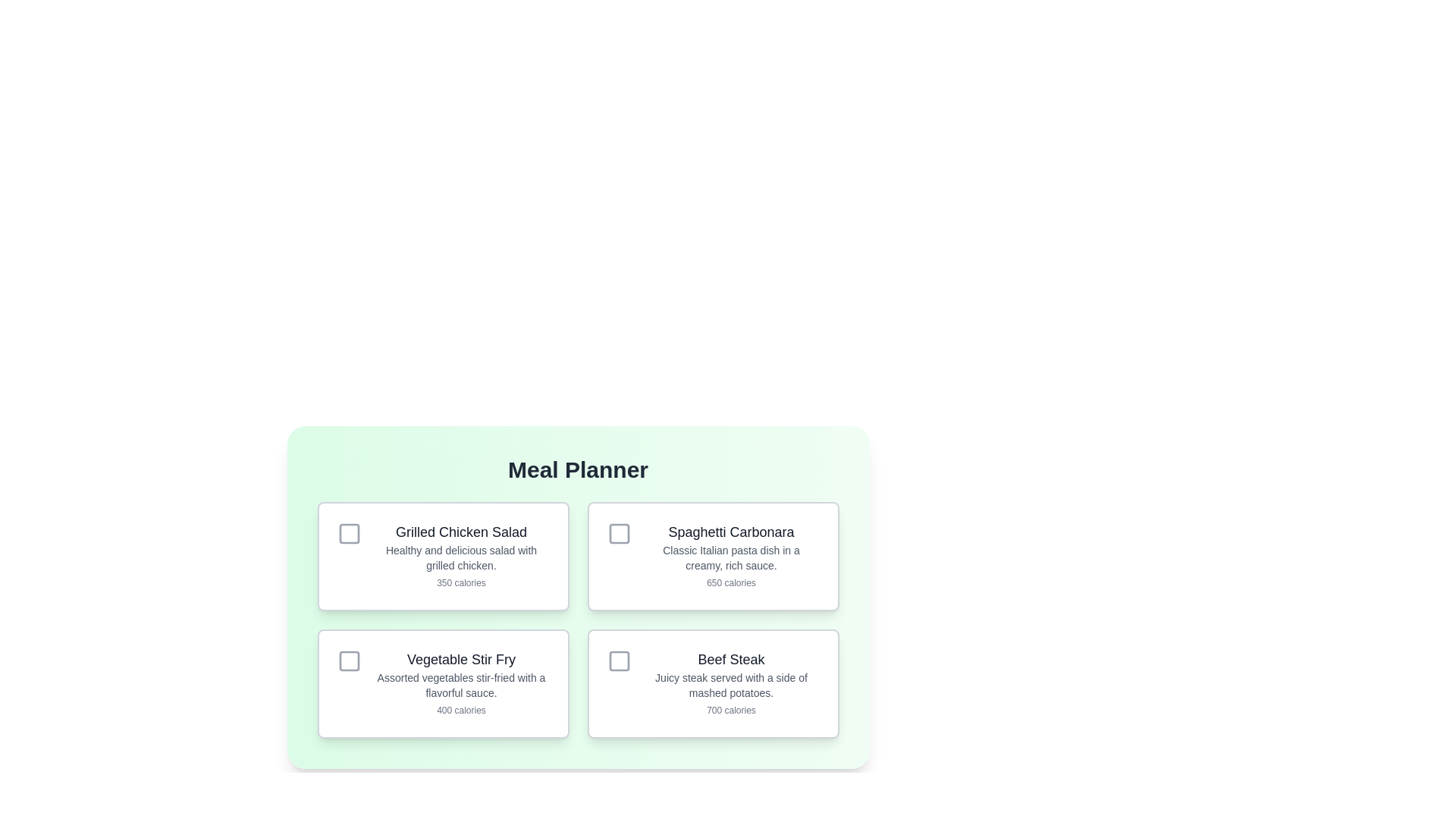  Describe the element at coordinates (731, 711) in the screenshot. I see `the text label displaying '700 calories' in gray color, located in the bottom-right of the 'Beef Steak' card` at that location.